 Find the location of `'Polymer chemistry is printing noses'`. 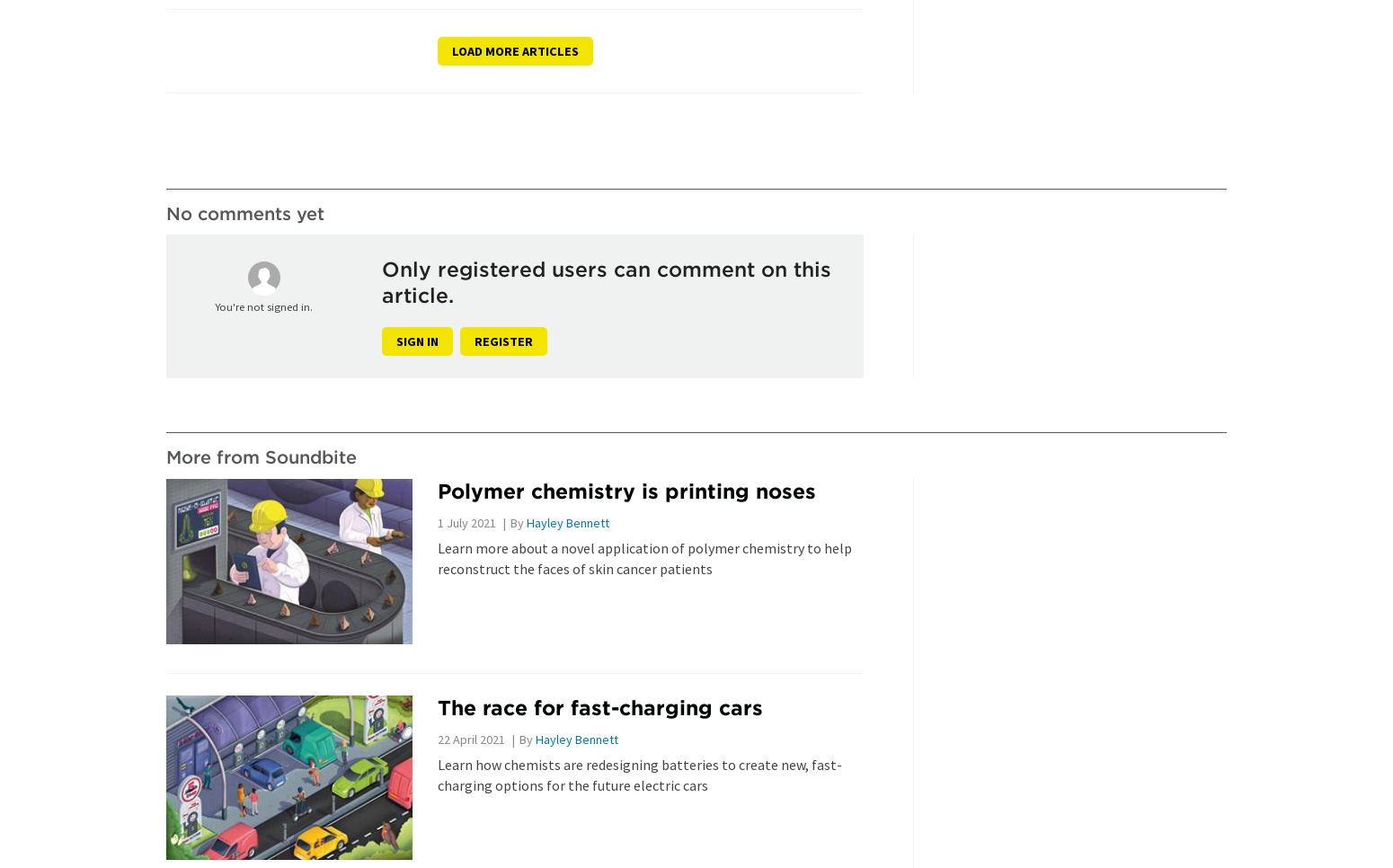

'Polymer chemistry is printing noses' is located at coordinates (625, 490).